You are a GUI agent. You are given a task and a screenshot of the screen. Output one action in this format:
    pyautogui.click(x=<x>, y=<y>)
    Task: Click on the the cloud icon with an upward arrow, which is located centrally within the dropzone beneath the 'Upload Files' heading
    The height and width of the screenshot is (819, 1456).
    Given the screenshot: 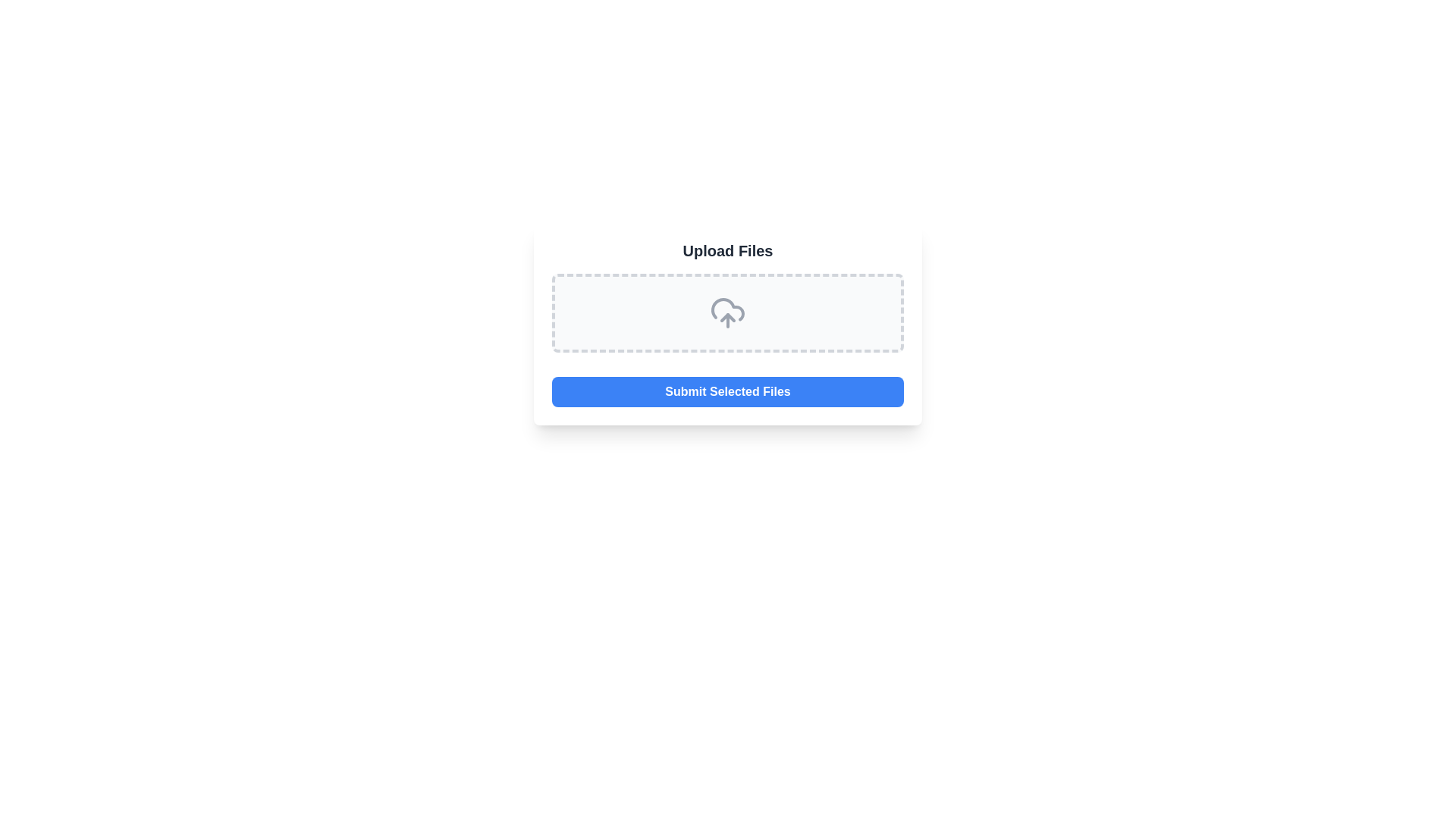 What is the action you would take?
    pyautogui.click(x=728, y=312)
    